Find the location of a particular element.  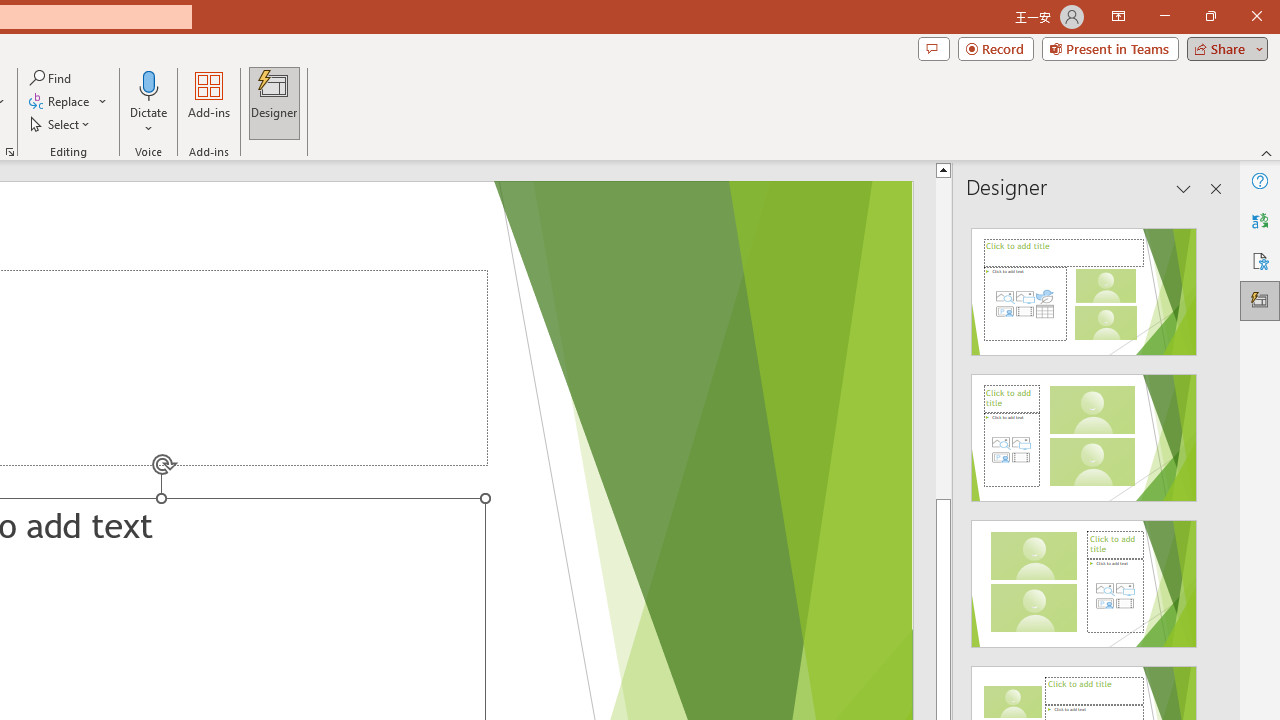

'Design Idea' is located at coordinates (1083, 577).